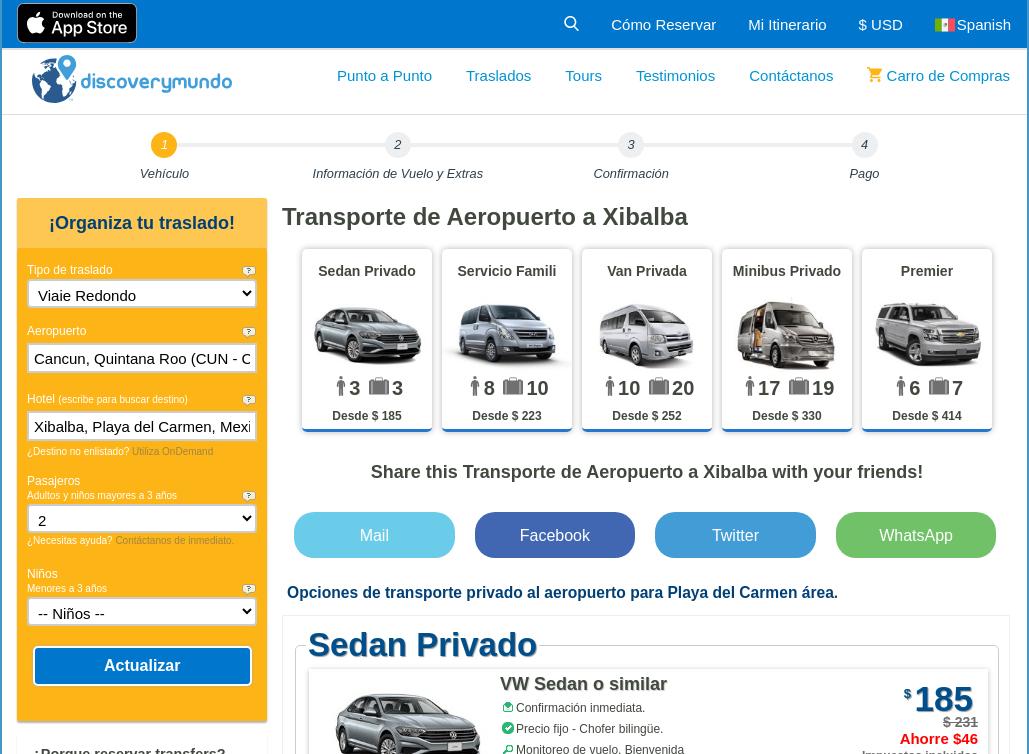  I want to click on '.', so click(834, 591).